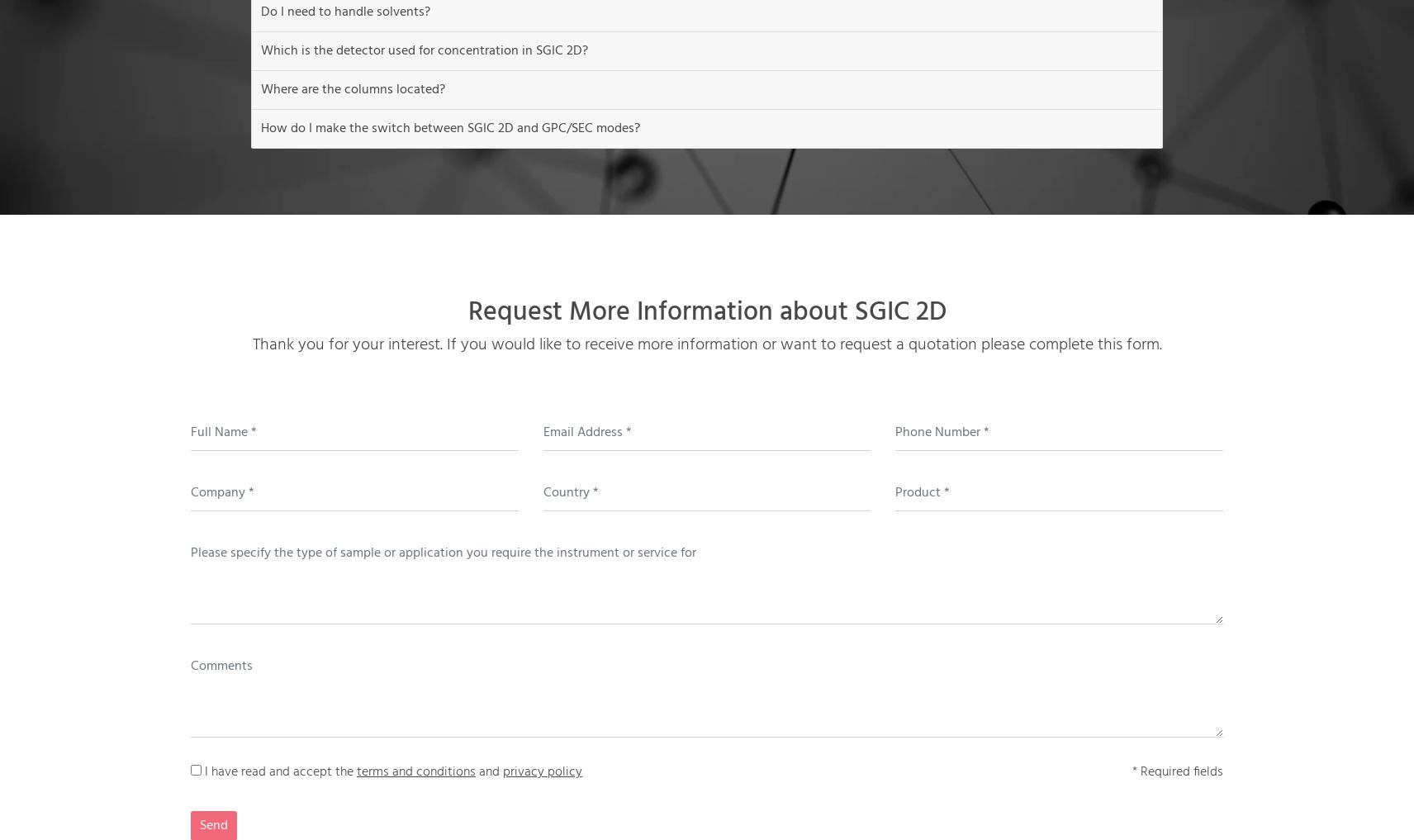  I want to click on 'How do I make the switch between SGIC 2D and GPC/SEC modes?', so click(261, 126).